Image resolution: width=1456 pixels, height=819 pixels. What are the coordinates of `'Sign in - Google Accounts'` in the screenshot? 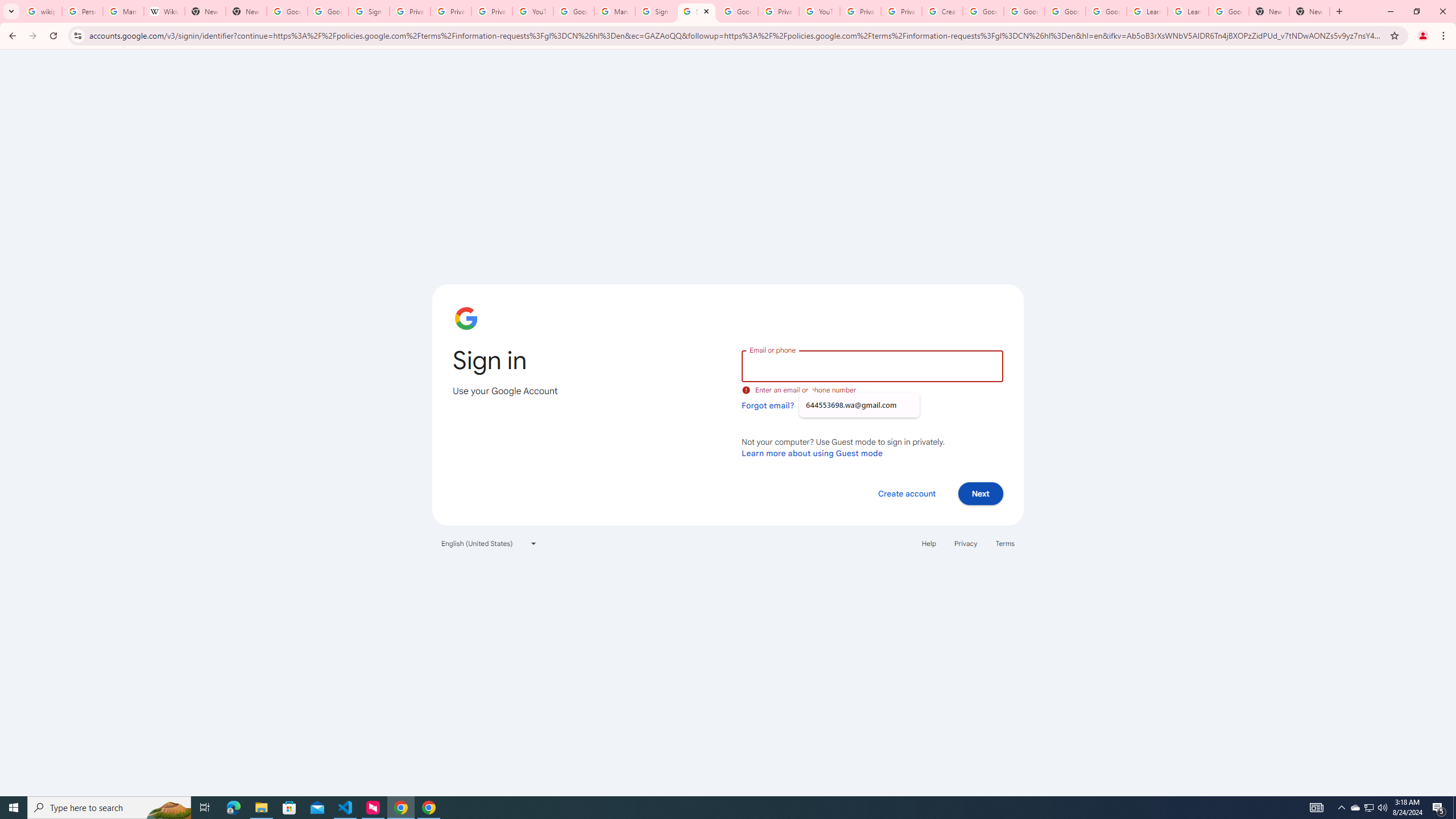 It's located at (696, 11).